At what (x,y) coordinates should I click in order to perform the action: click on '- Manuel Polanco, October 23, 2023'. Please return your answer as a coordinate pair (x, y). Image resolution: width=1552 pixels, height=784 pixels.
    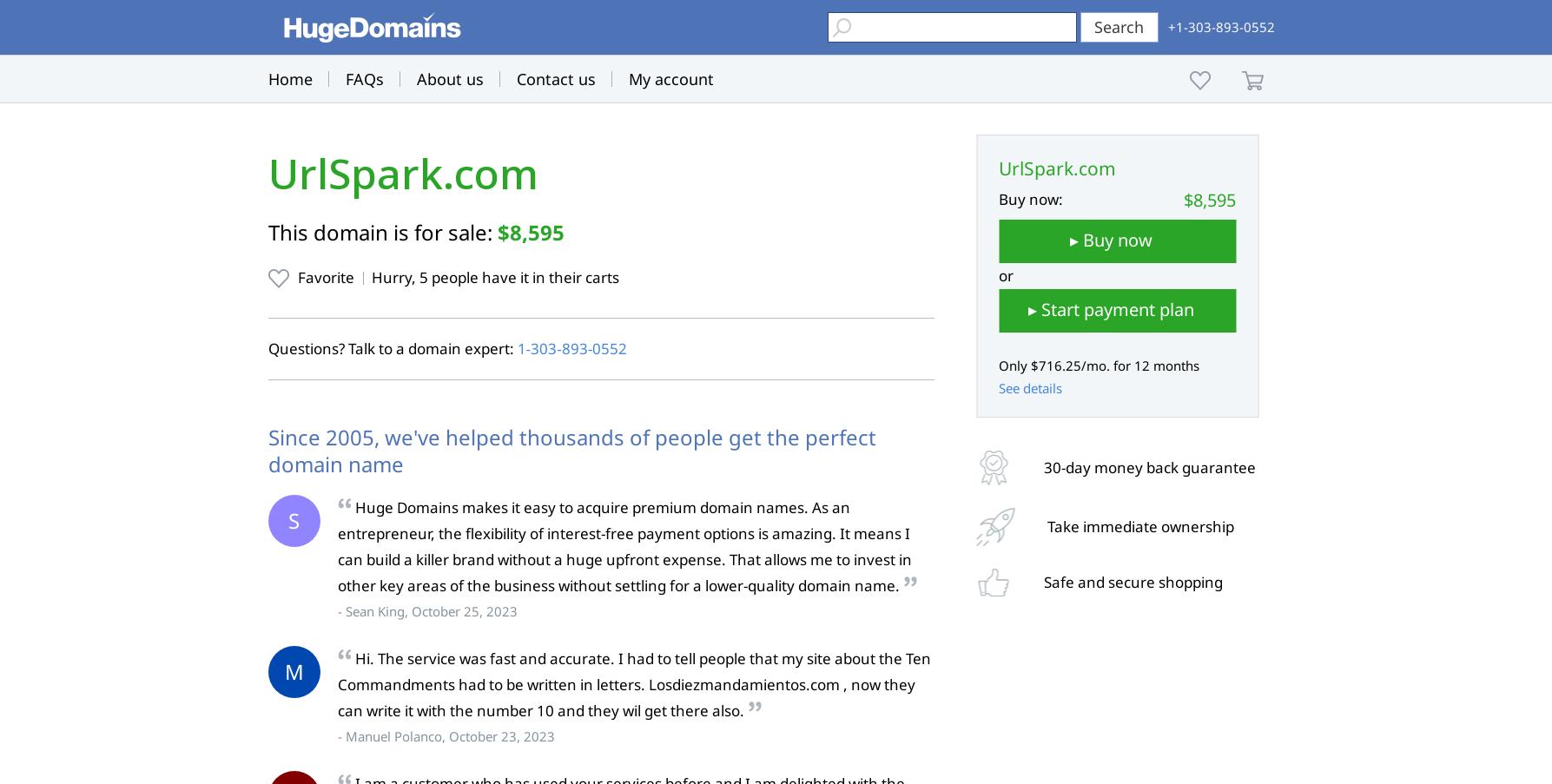
    Looking at the image, I should click on (446, 736).